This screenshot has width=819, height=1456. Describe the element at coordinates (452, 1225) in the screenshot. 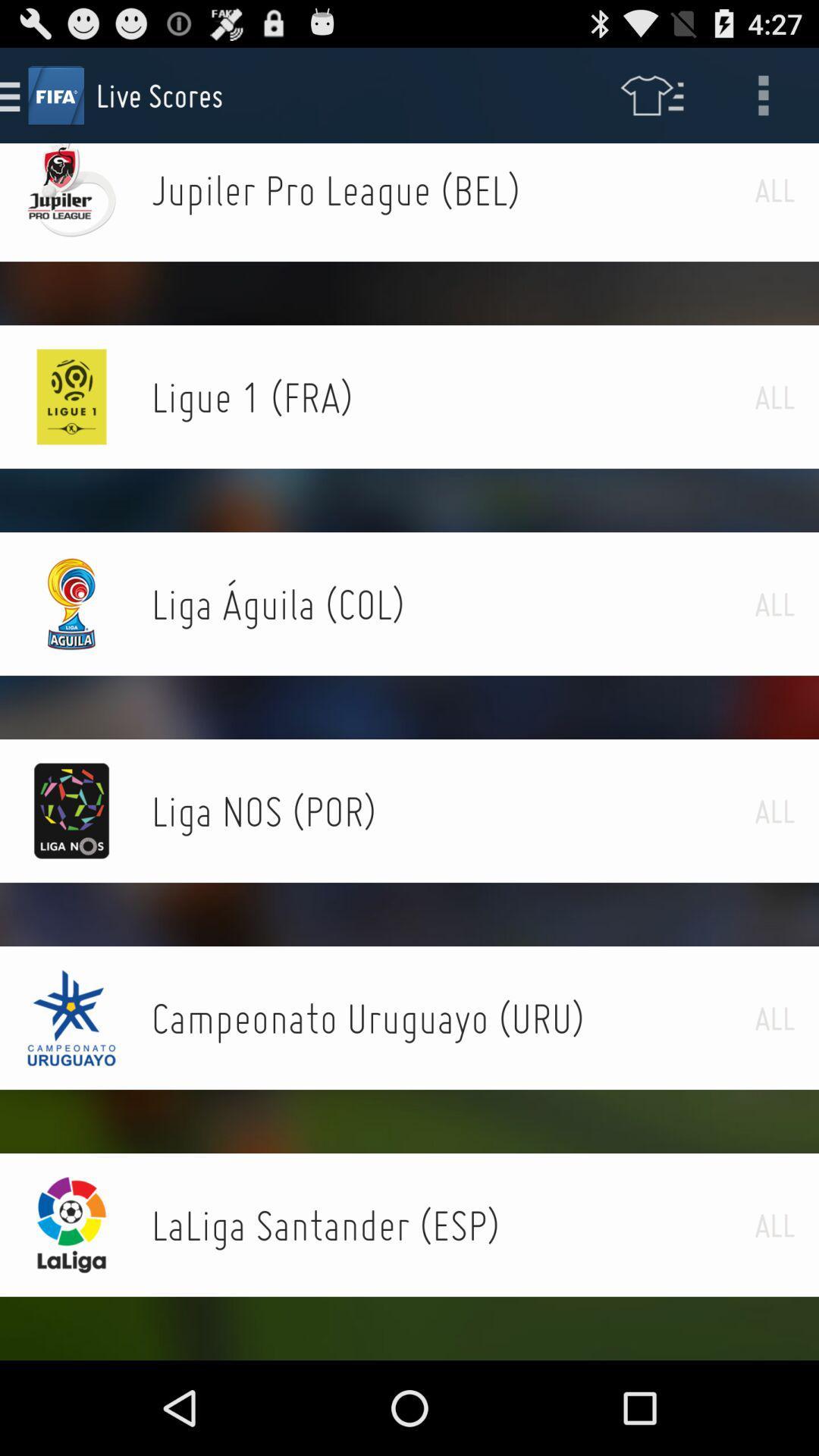

I see `the icon to the left of all icon` at that location.